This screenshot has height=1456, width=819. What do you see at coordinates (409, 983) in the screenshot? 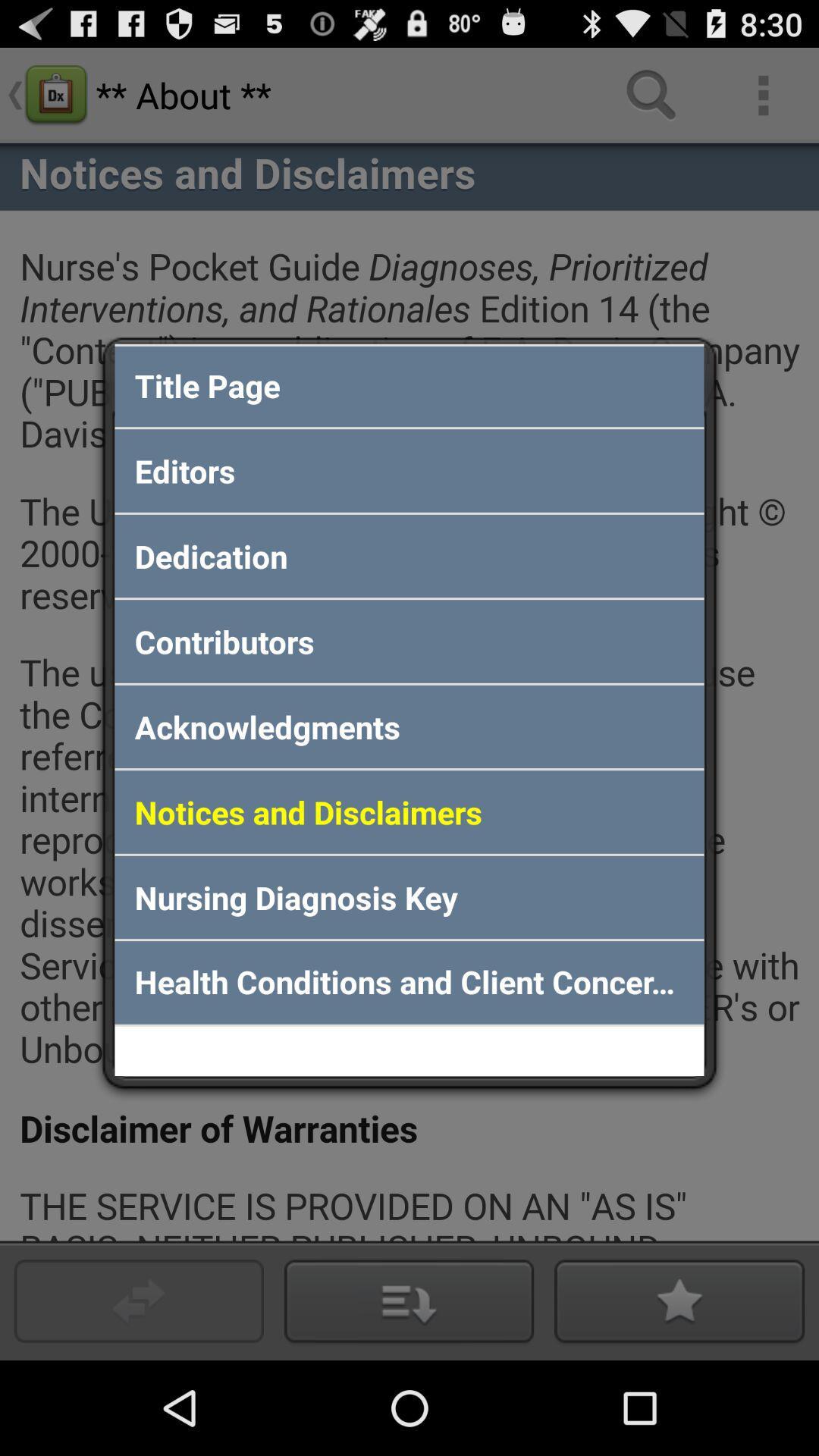
I see `the health conditions and` at bounding box center [409, 983].